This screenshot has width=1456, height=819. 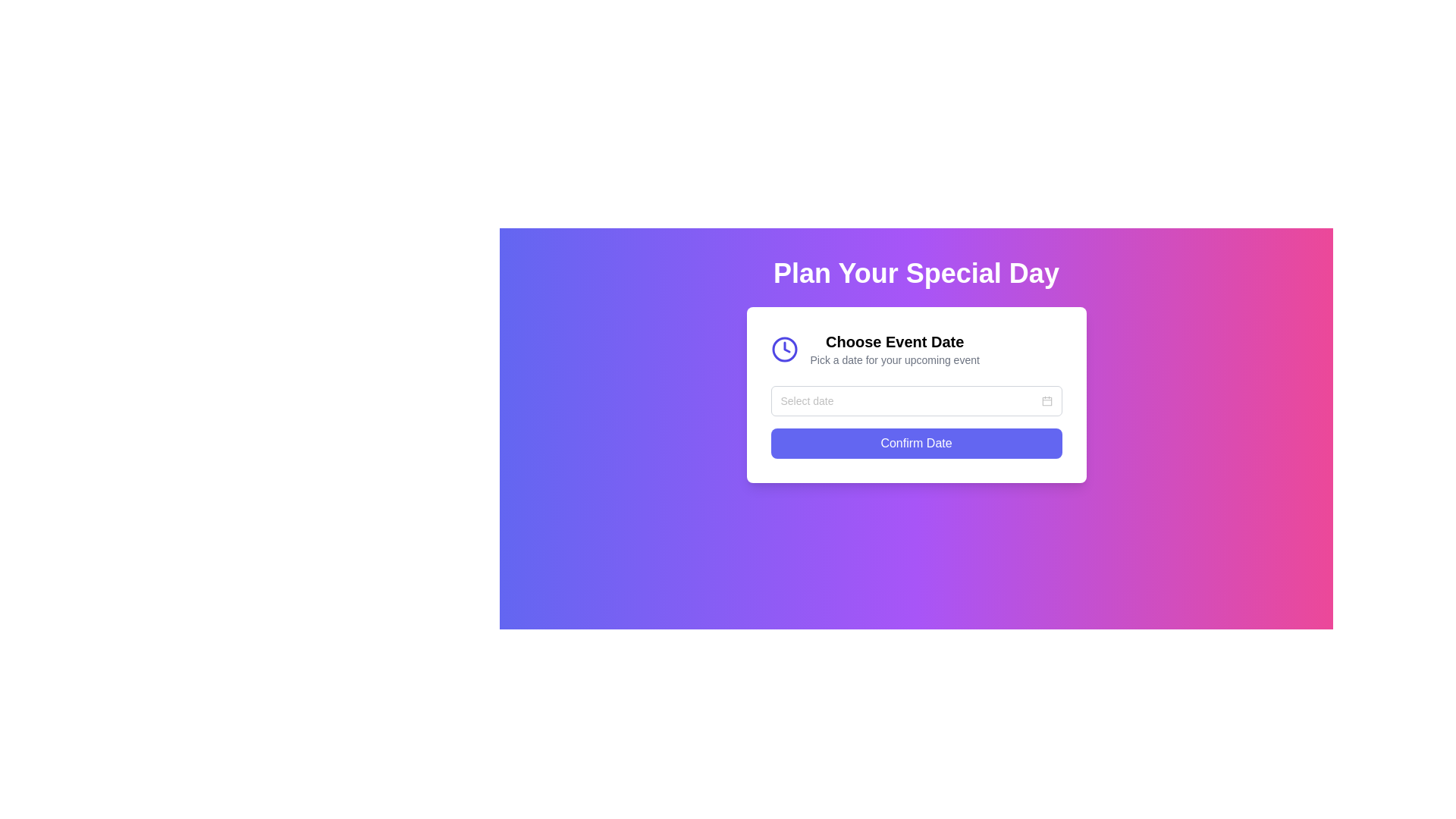 I want to click on the decorative calendar icon located to the right of the 'Select date' input field in the date picker component, so click(x=1046, y=400).